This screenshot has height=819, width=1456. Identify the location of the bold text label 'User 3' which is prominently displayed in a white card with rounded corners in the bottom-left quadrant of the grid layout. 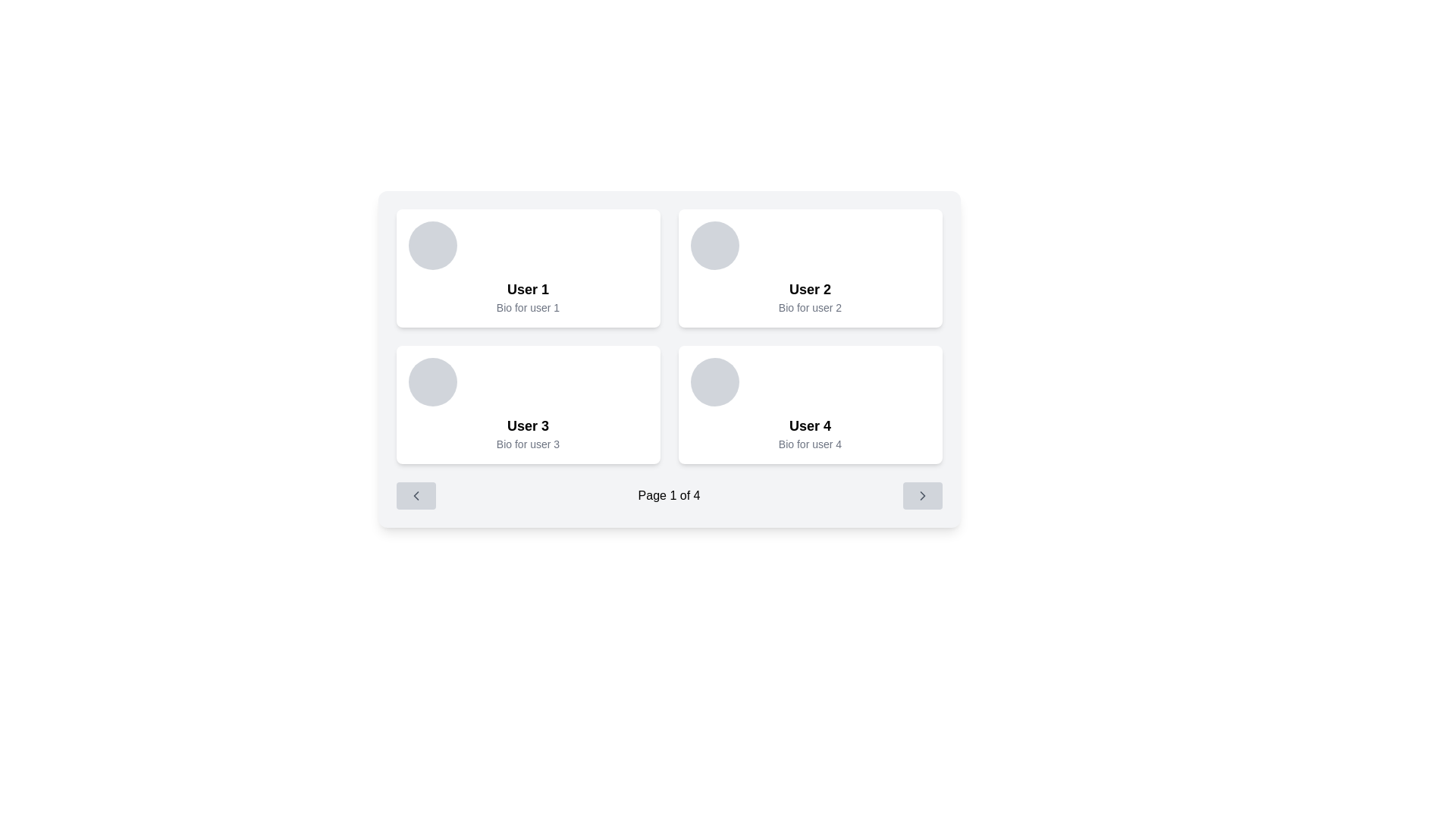
(528, 426).